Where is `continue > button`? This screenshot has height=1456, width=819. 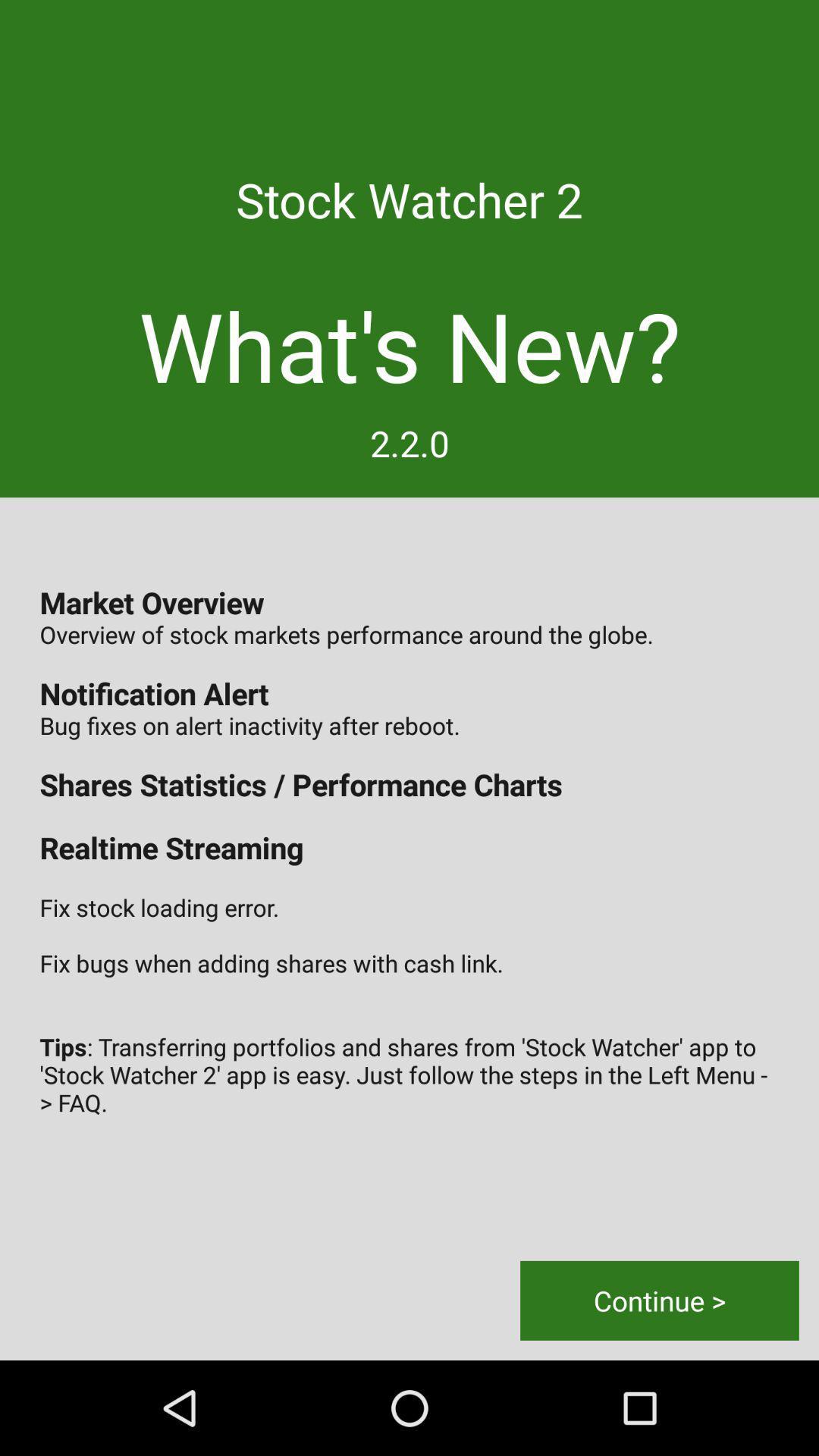 continue > button is located at coordinates (659, 1300).